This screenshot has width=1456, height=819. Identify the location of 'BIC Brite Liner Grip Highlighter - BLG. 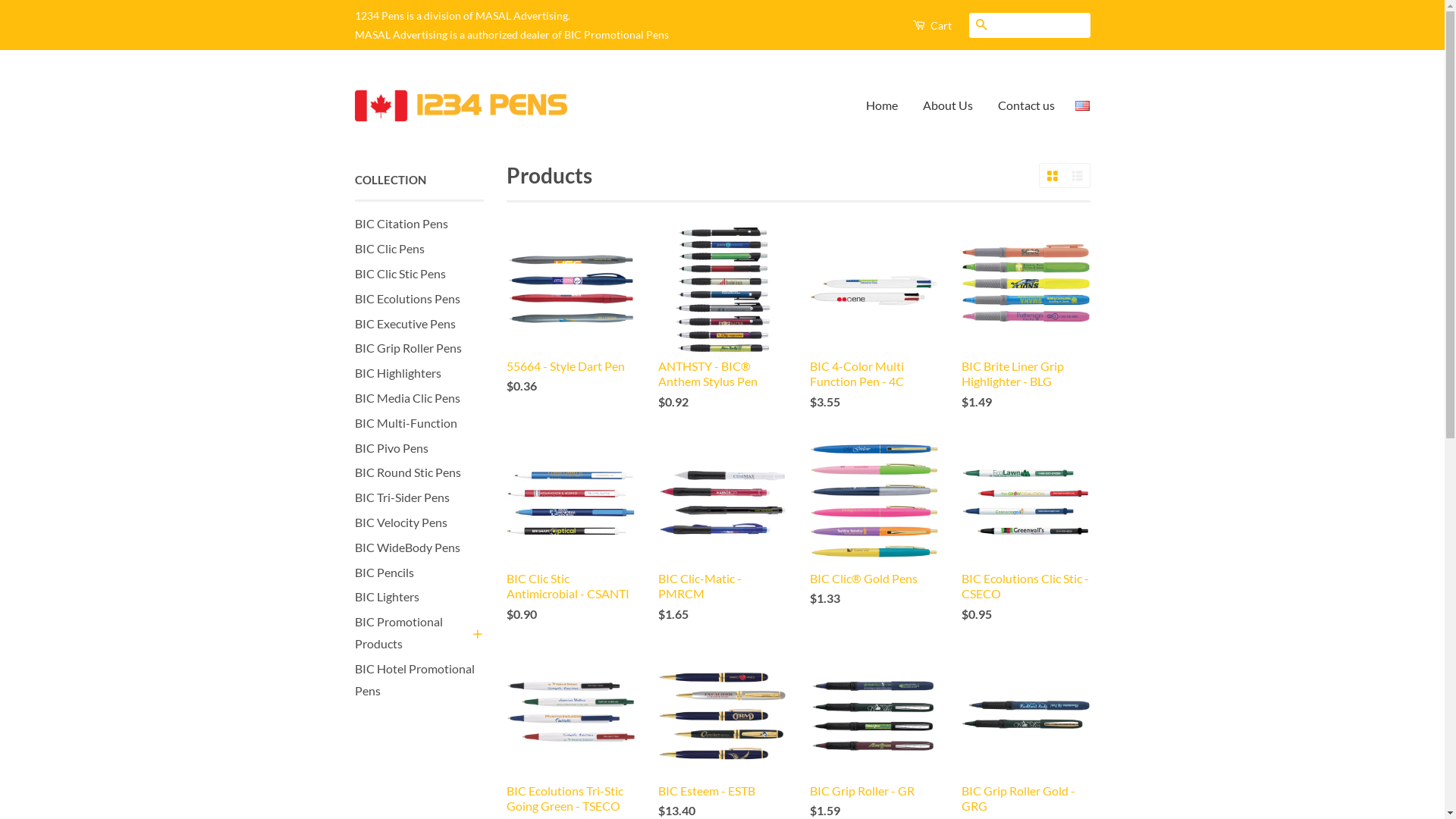
(1026, 330).